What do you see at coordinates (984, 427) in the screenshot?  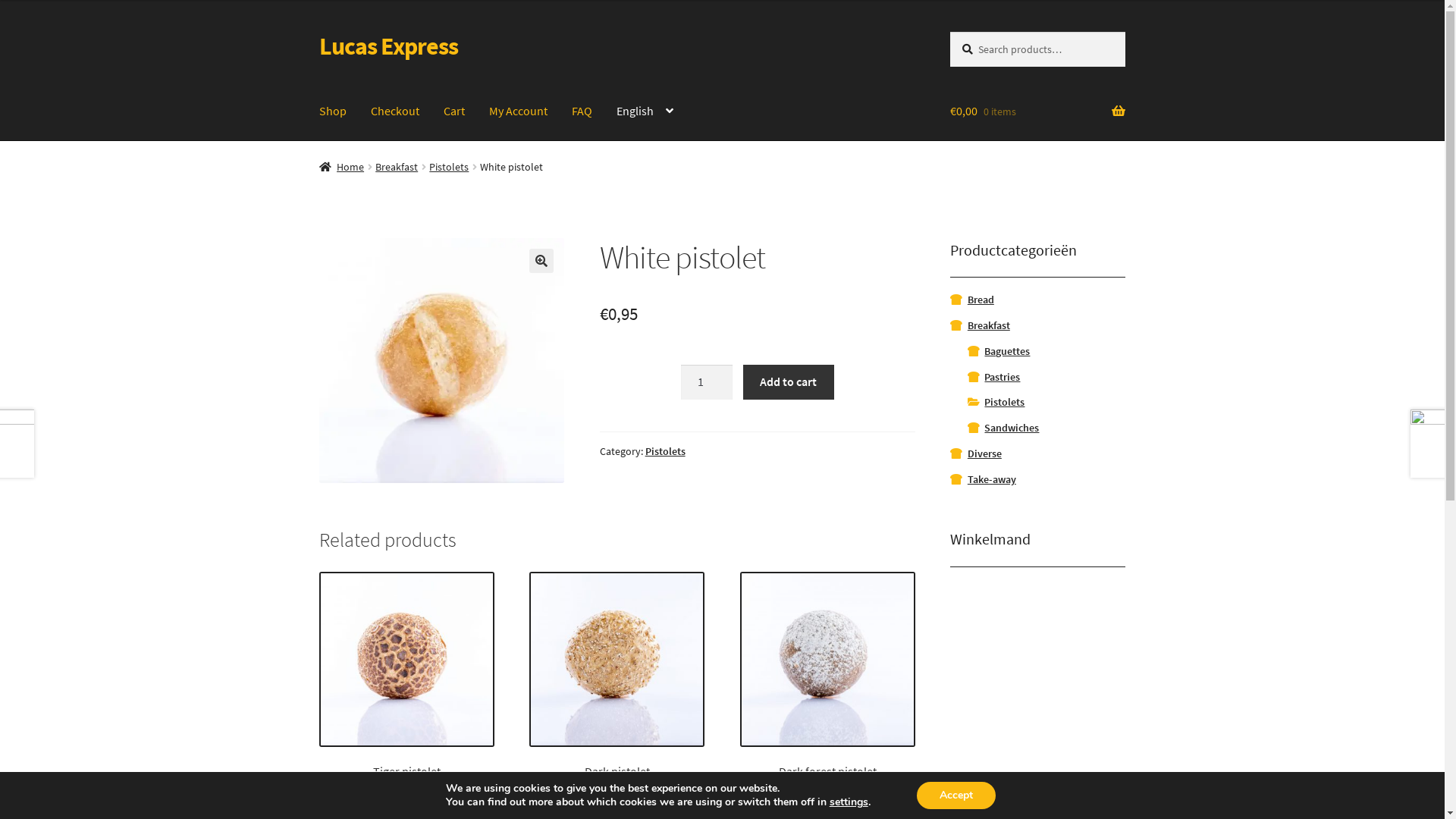 I see `'Sandwiches'` at bounding box center [984, 427].